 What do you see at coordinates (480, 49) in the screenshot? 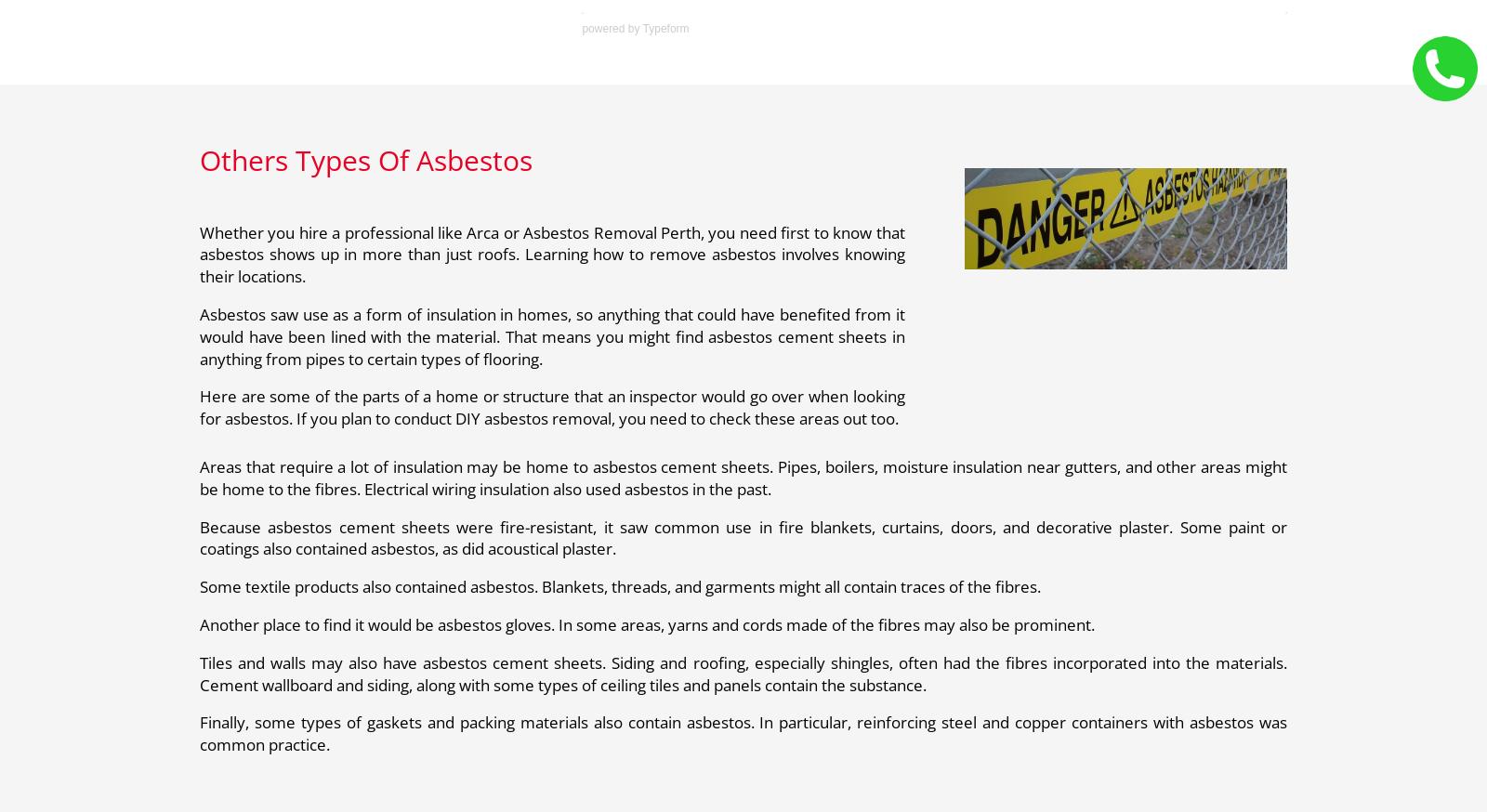
I see `'DIY Safety Precautions'` at bounding box center [480, 49].